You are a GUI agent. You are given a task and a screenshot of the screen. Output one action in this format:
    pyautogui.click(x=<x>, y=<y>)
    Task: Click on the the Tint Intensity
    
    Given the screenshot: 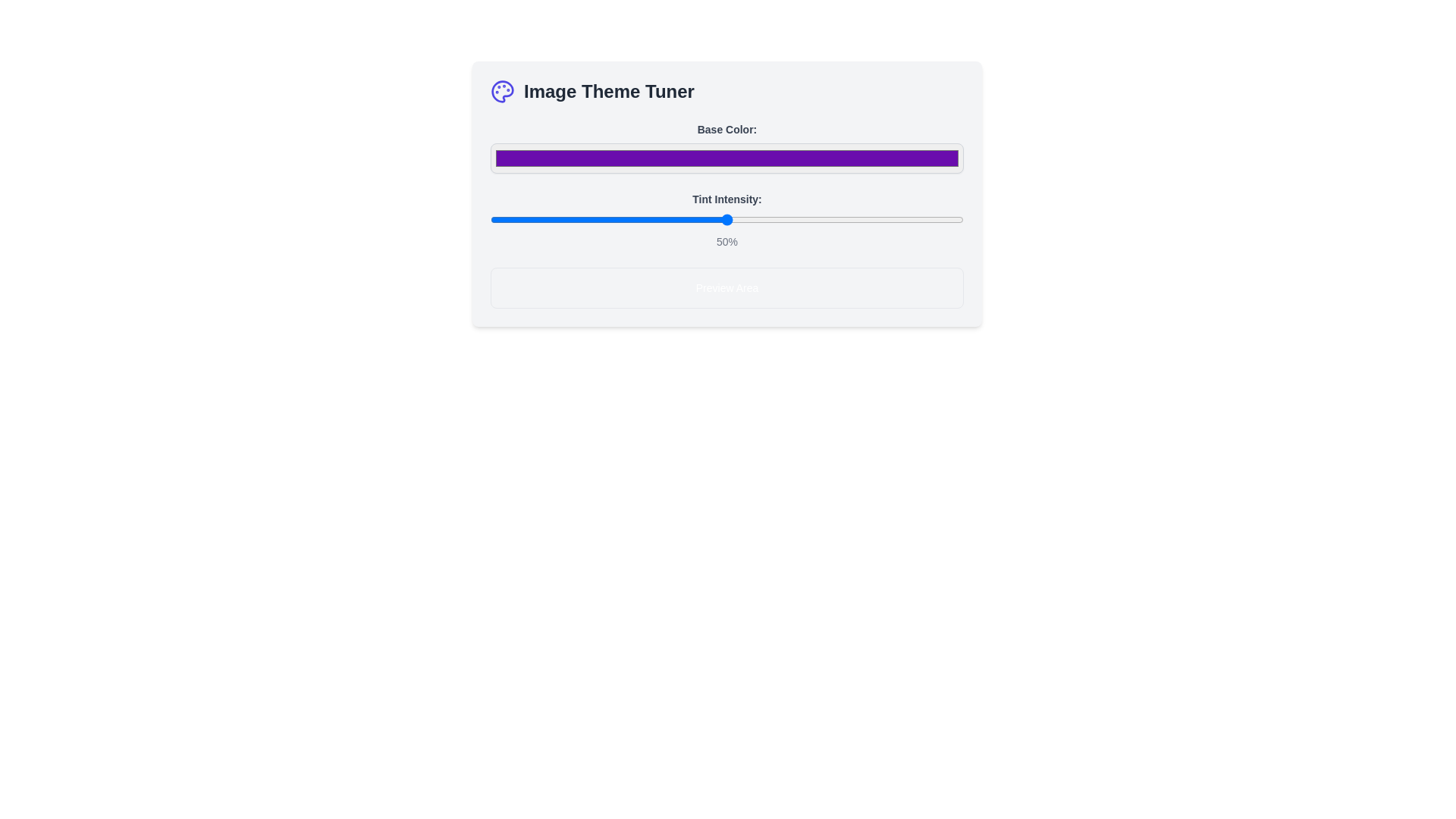 What is the action you would take?
    pyautogui.click(x=510, y=219)
    